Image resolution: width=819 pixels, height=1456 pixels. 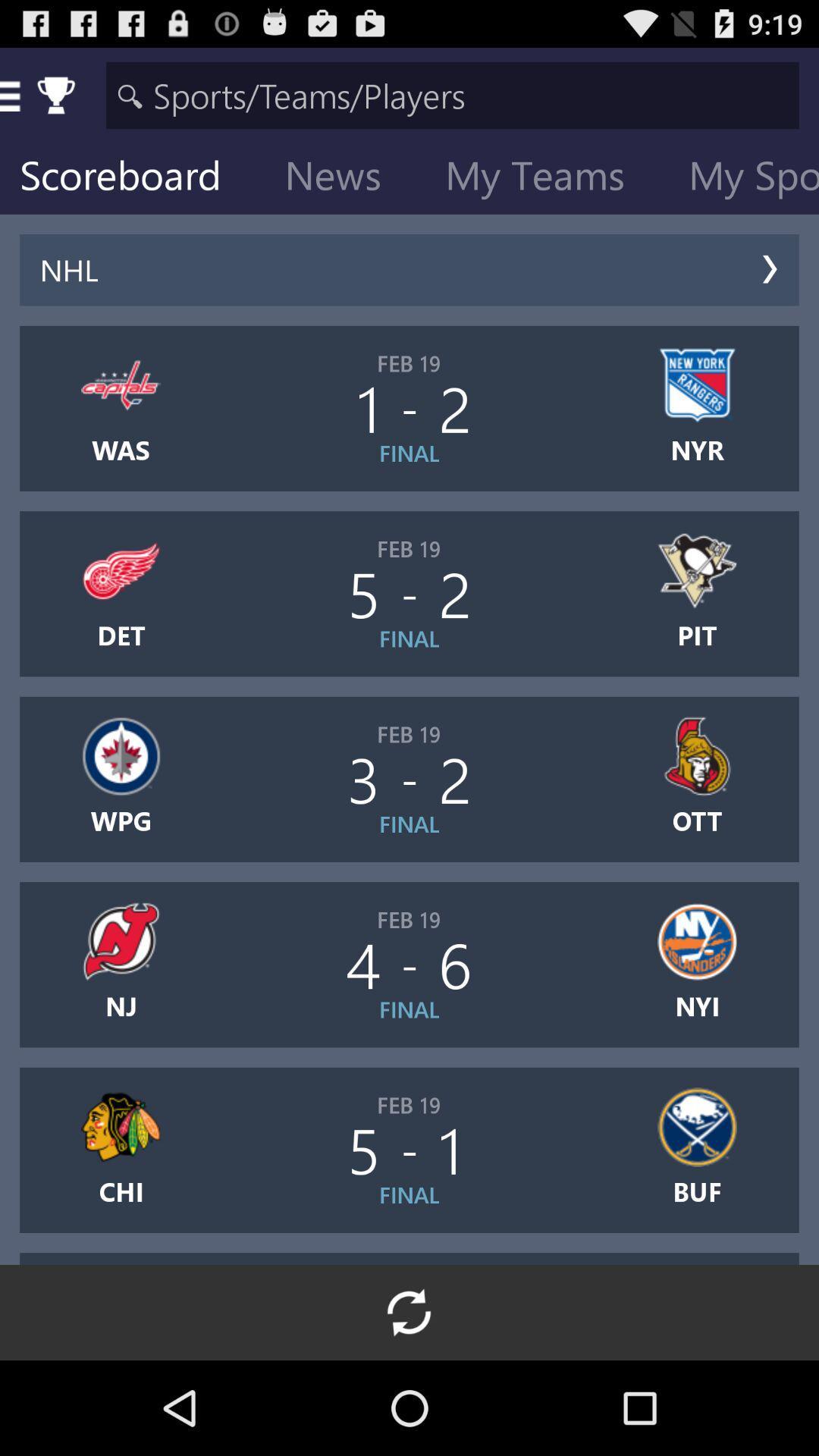 I want to click on item to the right of the news item, so click(x=547, y=178).